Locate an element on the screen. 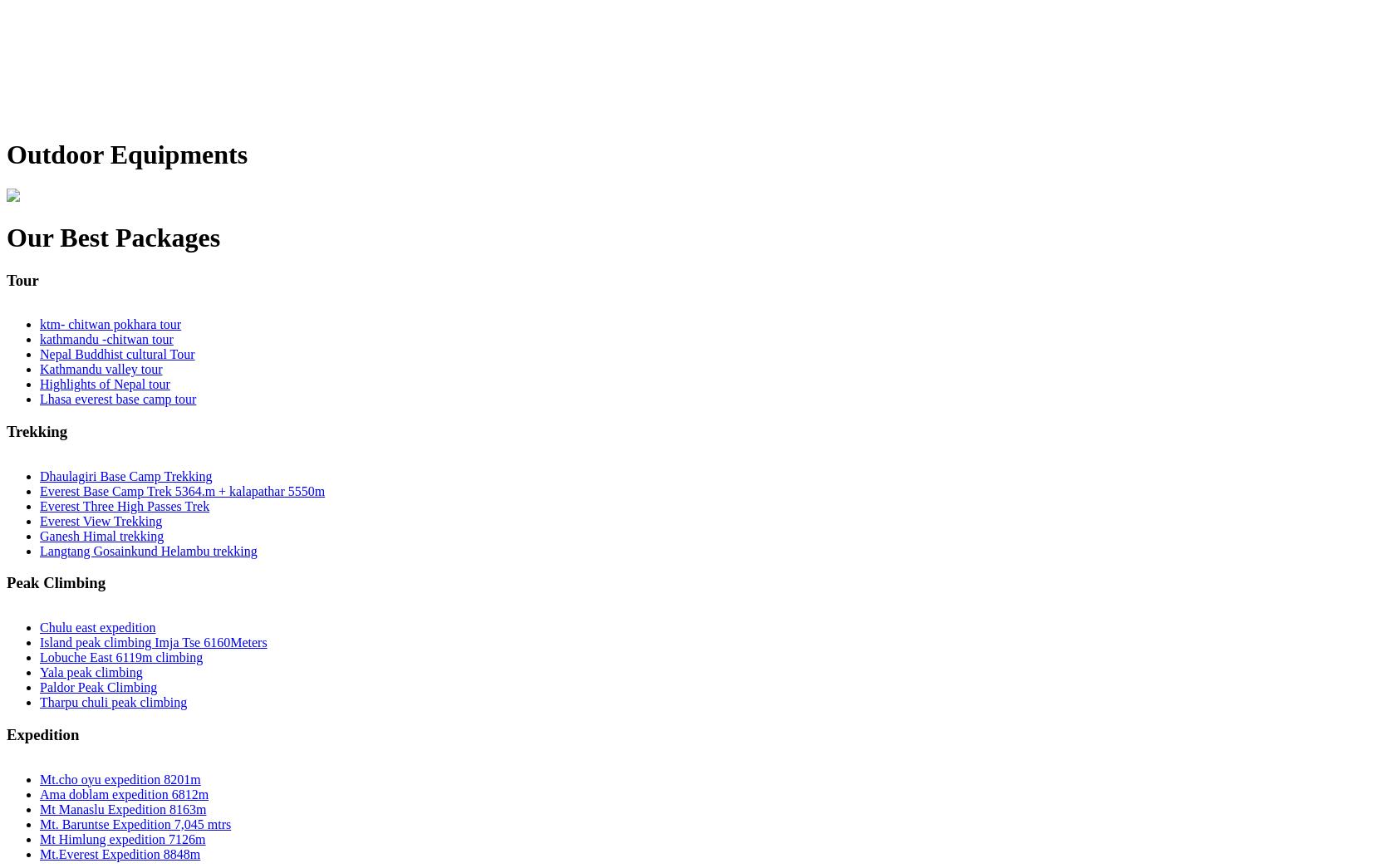  'Lobuche East 6119m                    climbing' is located at coordinates (39, 657).